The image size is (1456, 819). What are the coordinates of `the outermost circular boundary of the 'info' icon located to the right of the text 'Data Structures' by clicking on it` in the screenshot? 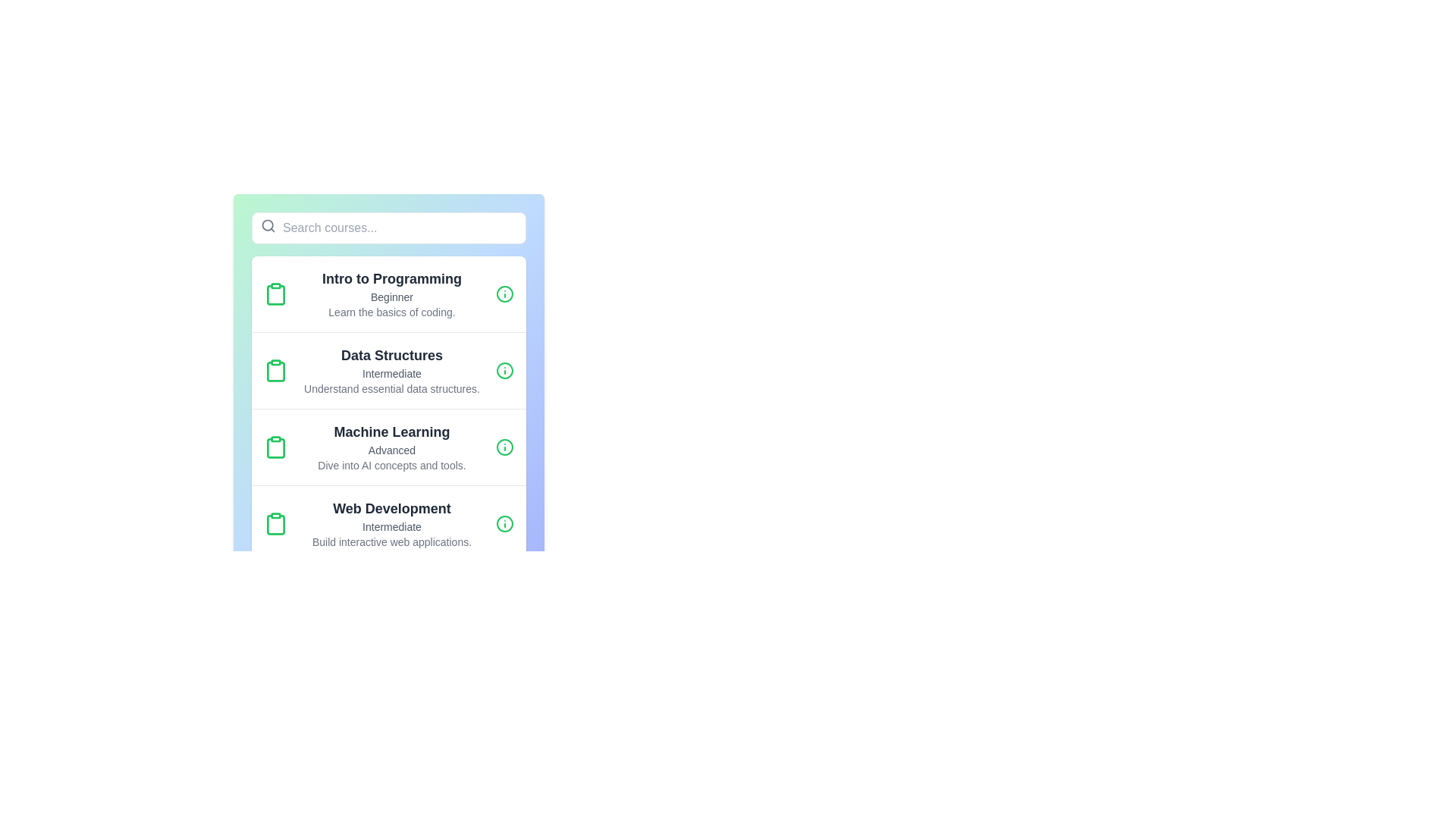 It's located at (505, 371).